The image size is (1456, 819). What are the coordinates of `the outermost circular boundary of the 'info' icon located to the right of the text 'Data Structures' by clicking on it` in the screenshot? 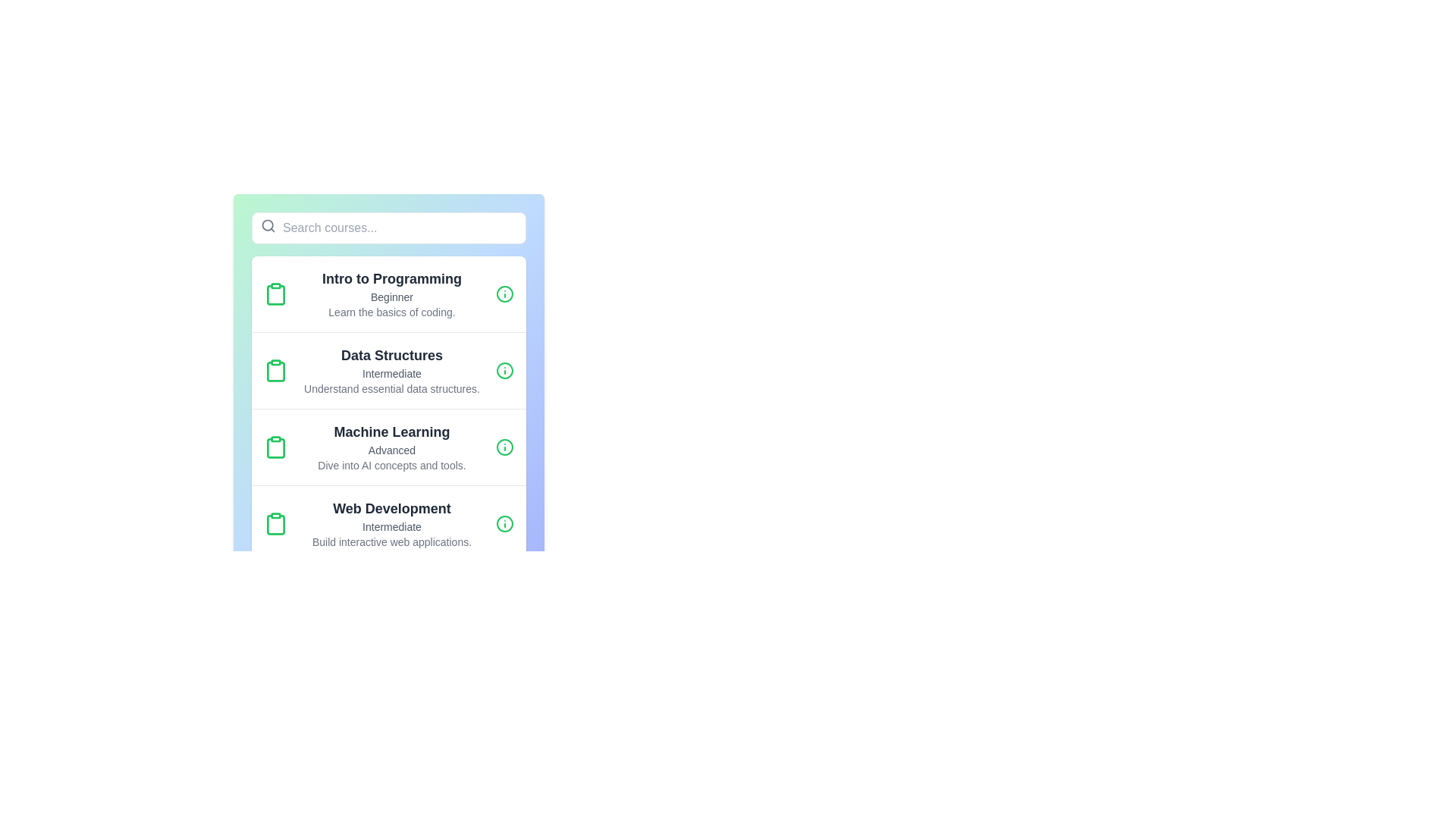 It's located at (505, 371).